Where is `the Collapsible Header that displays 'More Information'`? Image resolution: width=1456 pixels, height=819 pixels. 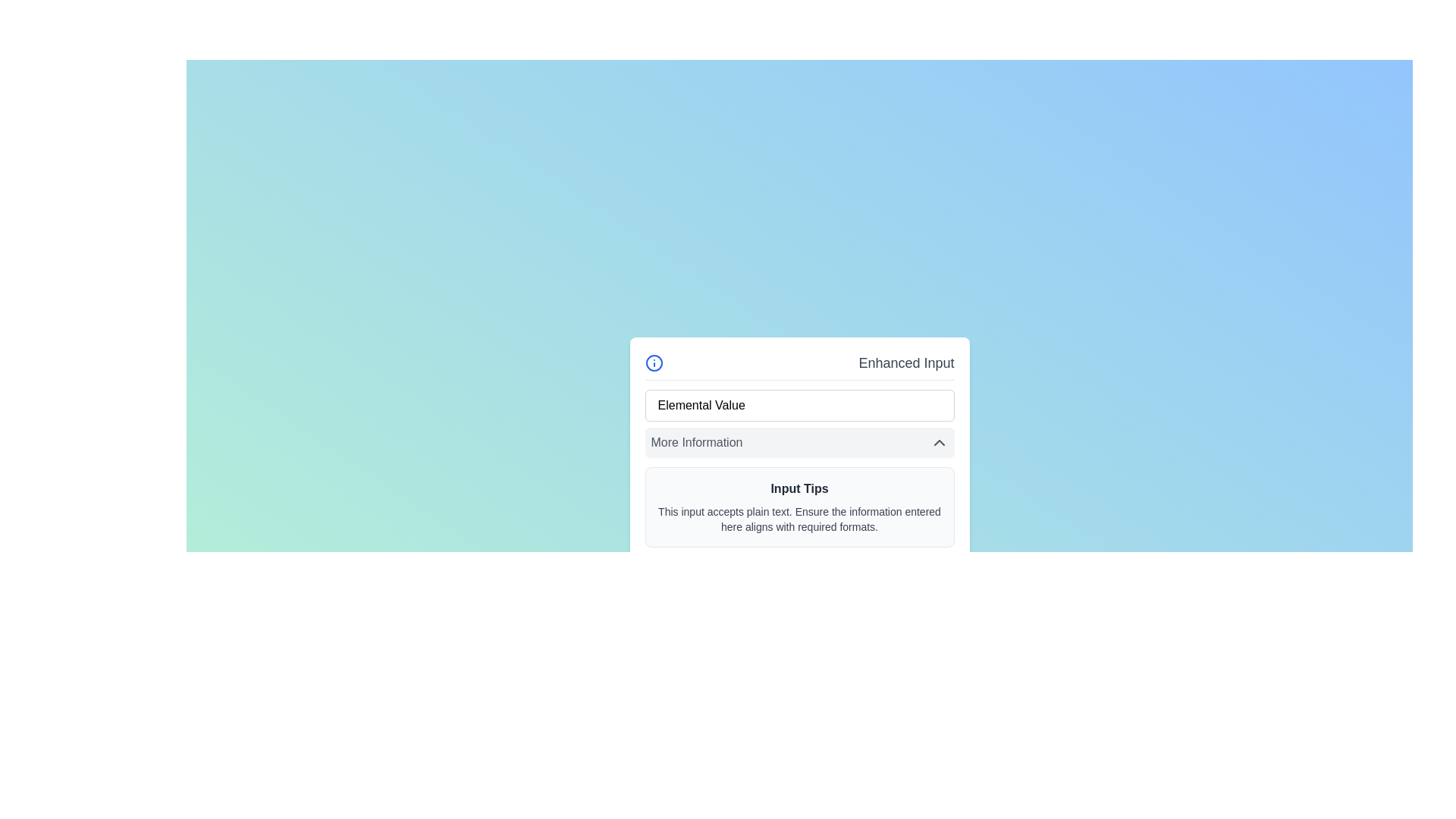 the Collapsible Header that displays 'More Information' is located at coordinates (799, 442).